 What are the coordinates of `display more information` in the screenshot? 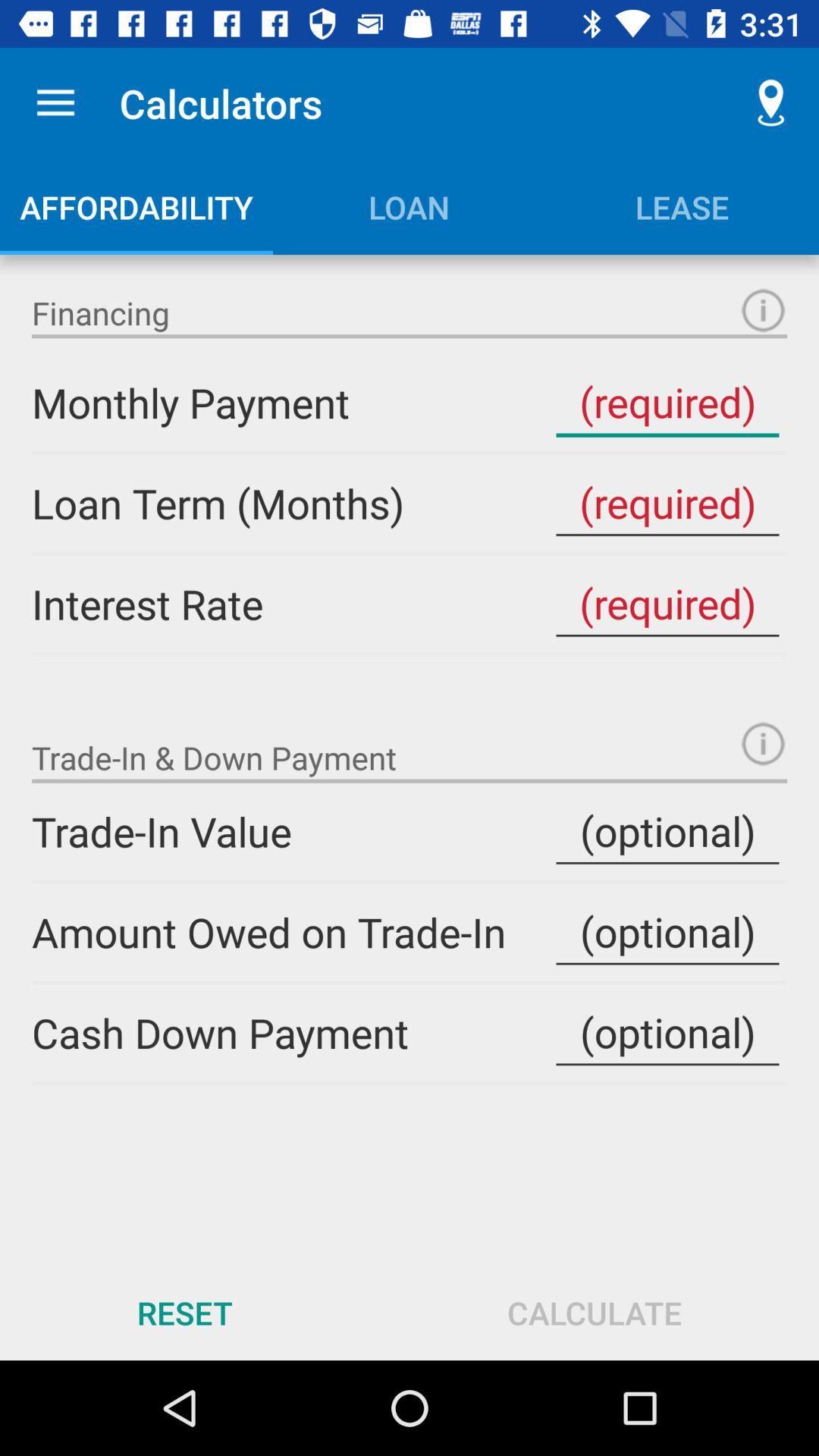 It's located at (763, 743).